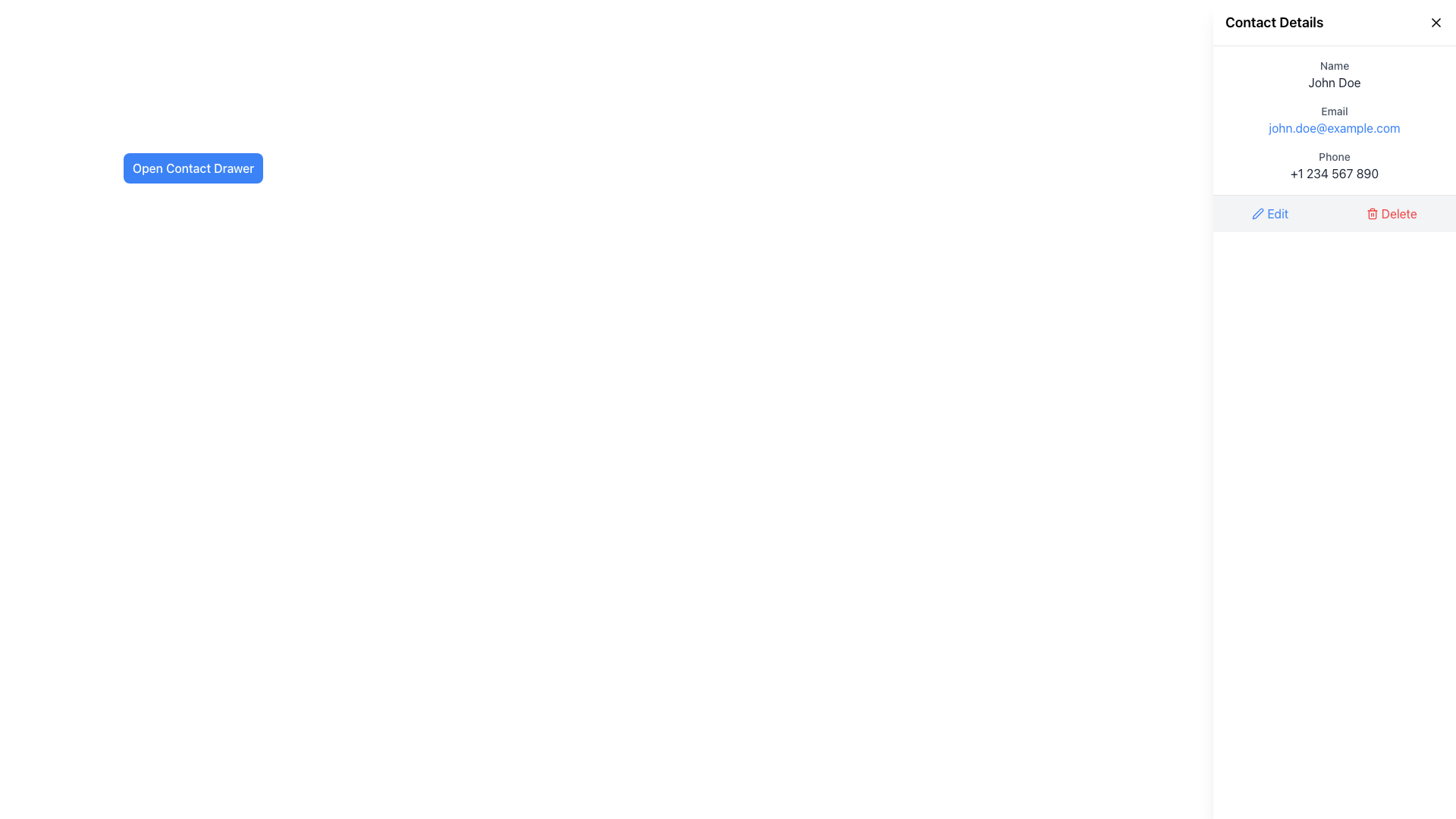  Describe the element at coordinates (1335, 172) in the screenshot. I see `the text label displaying the phone number '+1 234 567 890' which is located in the 'Contact Details' section, immediately below the 'Phone' label` at that location.